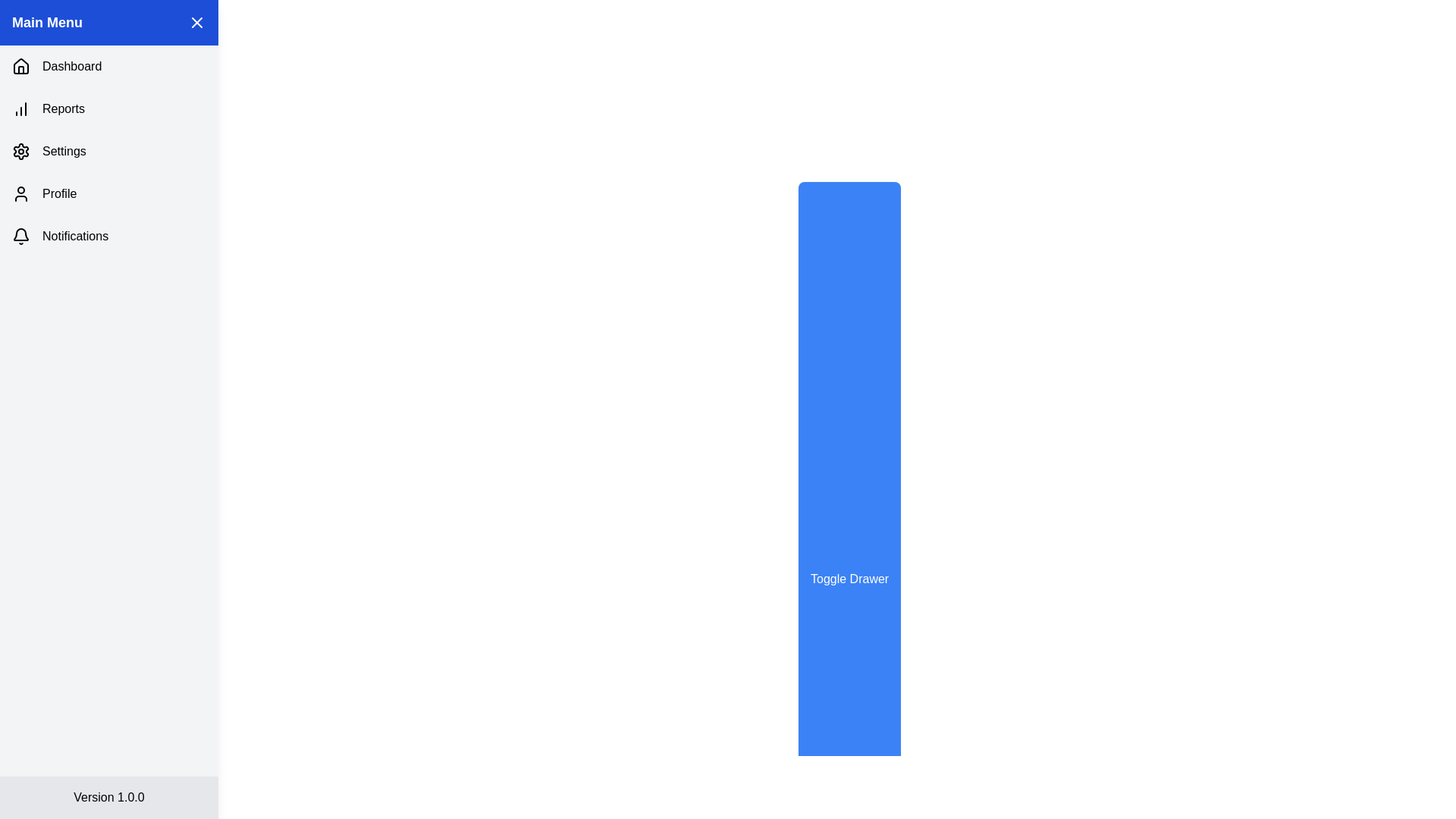 This screenshot has width=1456, height=819. I want to click on the notification icon located next to the 'Notifications' text in the vertical sidebar menu, which serves as an indicator for notification functionalities, so click(21, 237).